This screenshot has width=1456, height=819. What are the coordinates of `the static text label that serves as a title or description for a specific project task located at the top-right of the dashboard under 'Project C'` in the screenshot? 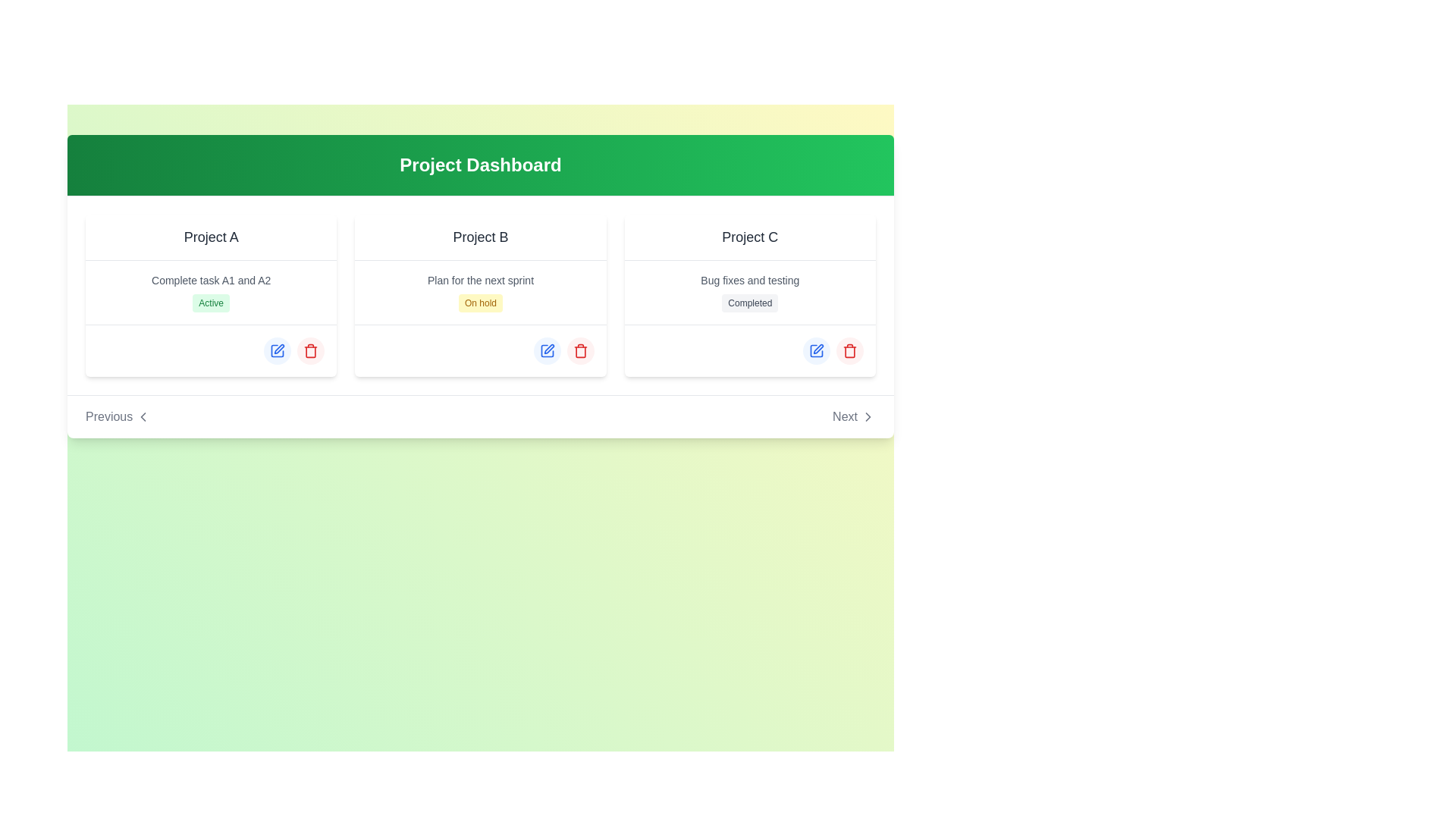 It's located at (750, 281).